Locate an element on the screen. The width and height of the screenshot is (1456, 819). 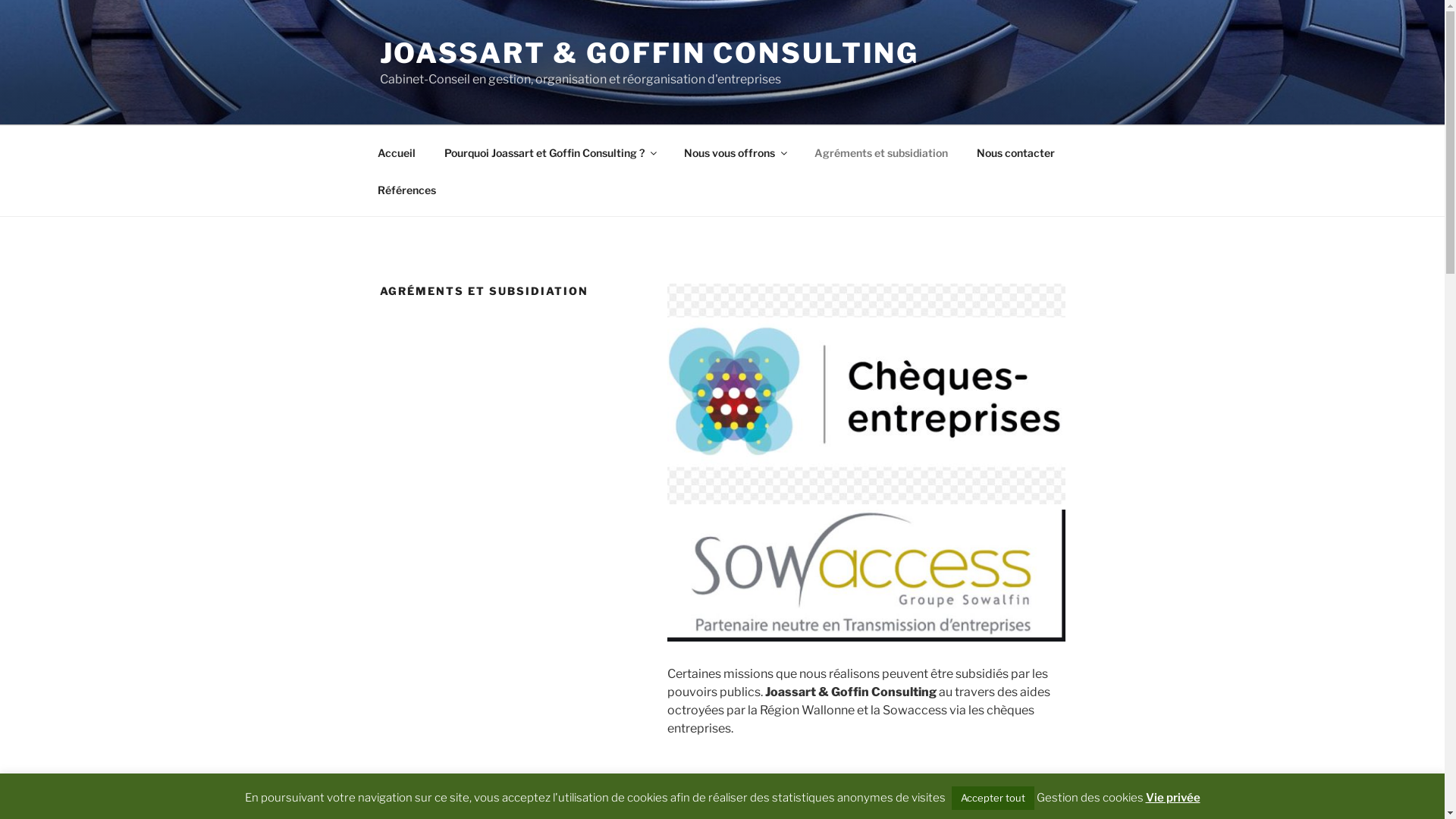
'Accepter tout' is located at coordinates (949, 797).